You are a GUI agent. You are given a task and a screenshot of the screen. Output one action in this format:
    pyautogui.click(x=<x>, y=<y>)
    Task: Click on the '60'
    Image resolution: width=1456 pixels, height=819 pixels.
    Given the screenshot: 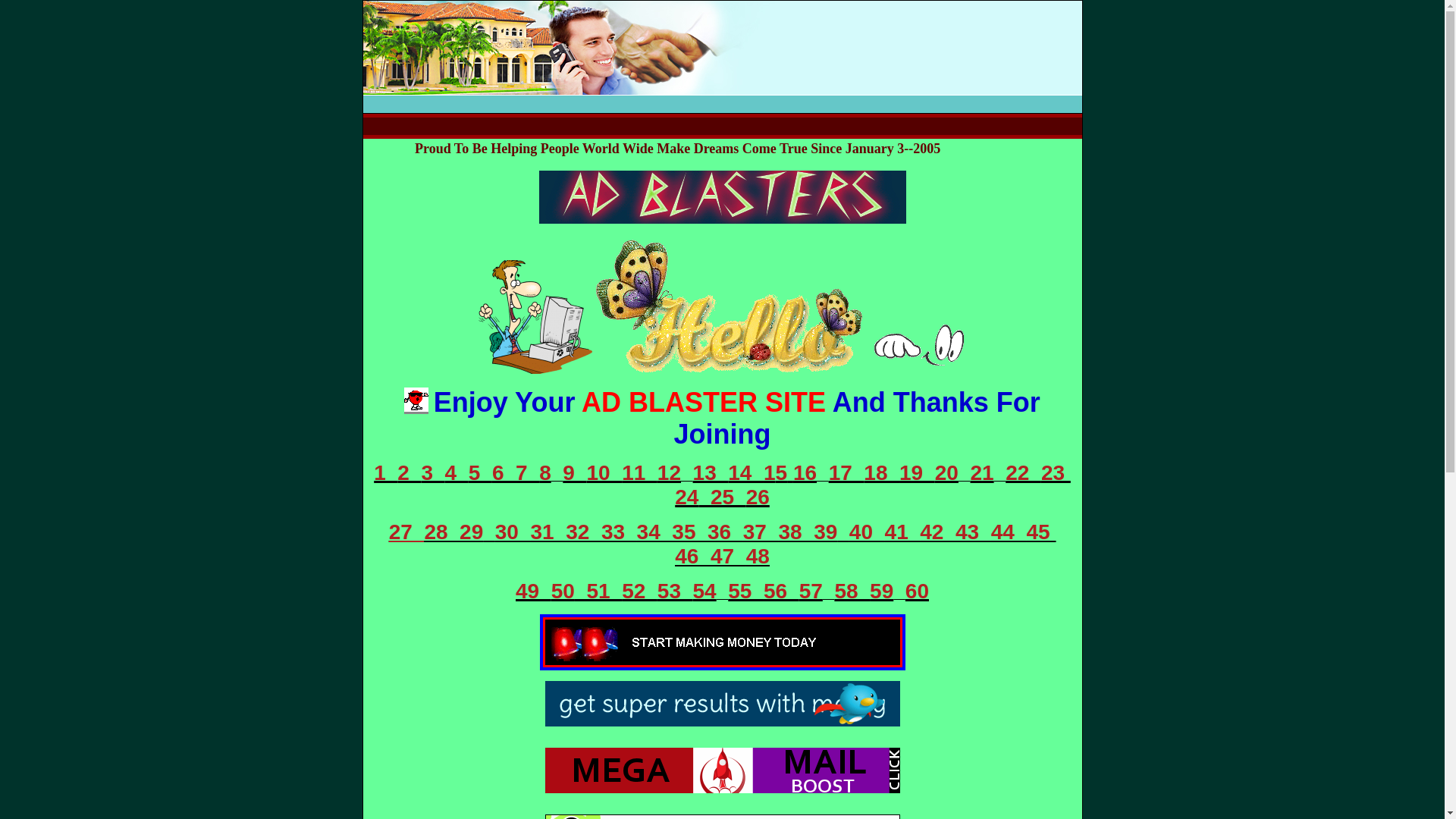 What is the action you would take?
    pyautogui.click(x=916, y=590)
    